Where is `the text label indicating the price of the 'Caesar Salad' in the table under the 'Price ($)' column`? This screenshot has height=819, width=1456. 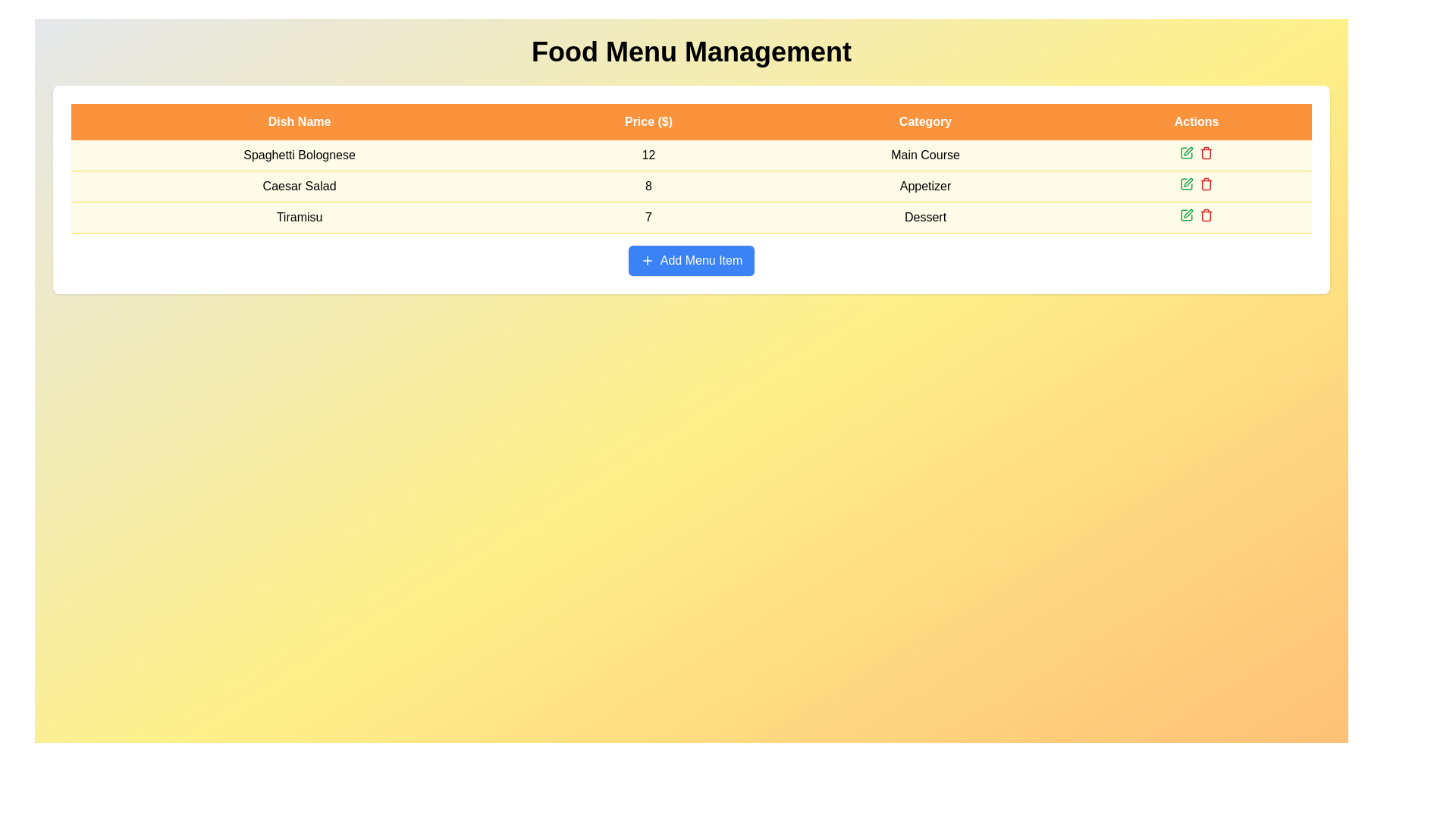 the text label indicating the price of the 'Caesar Salad' in the table under the 'Price ($)' column is located at coordinates (648, 186).